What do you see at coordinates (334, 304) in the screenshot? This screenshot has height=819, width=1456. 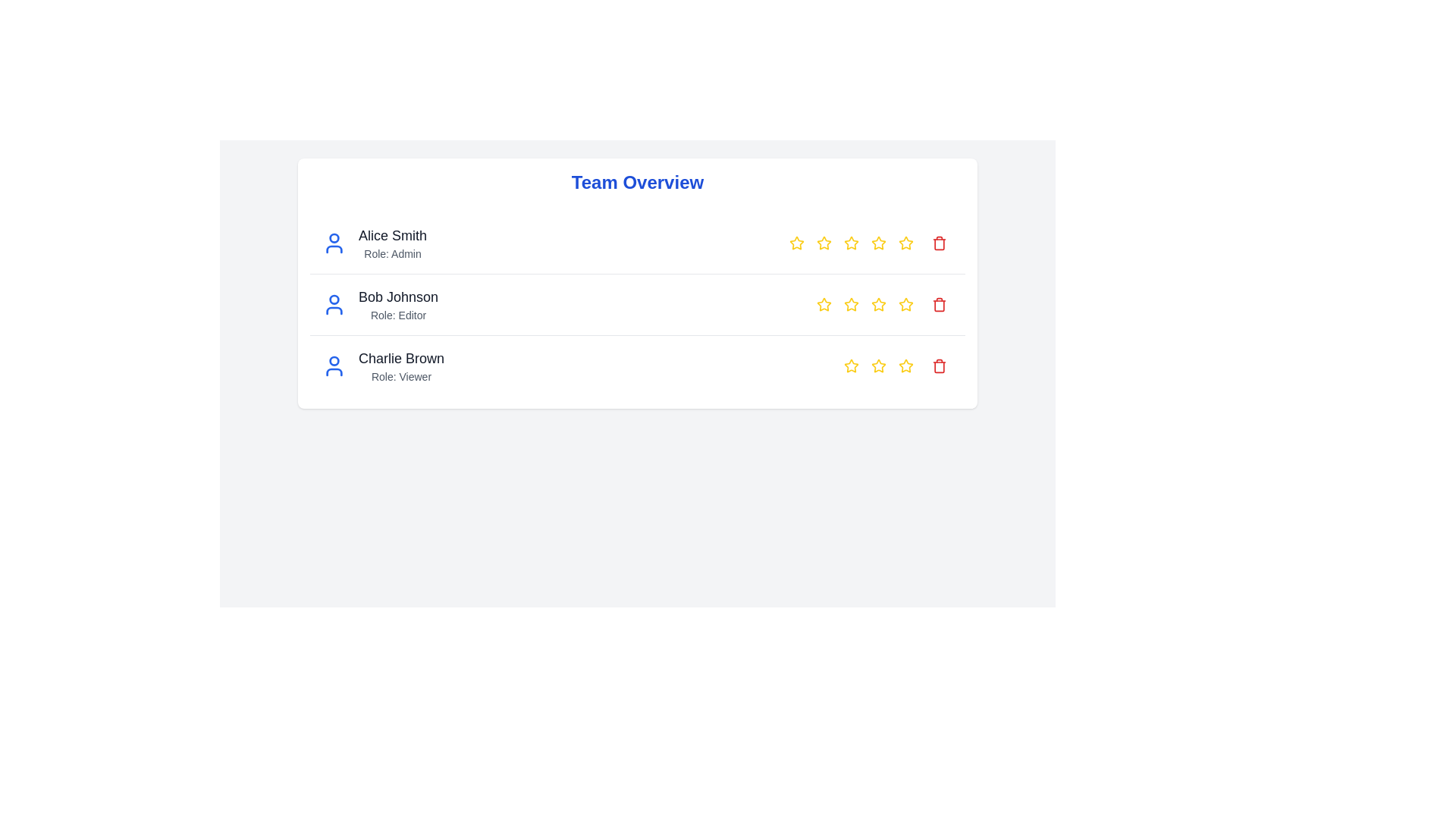 I see `the profile icon for 'Bob Johnson' in the 'Team Overview' list, which visually represents the user and is positioned at the start of the entry row` at bounding box center [334, 304].